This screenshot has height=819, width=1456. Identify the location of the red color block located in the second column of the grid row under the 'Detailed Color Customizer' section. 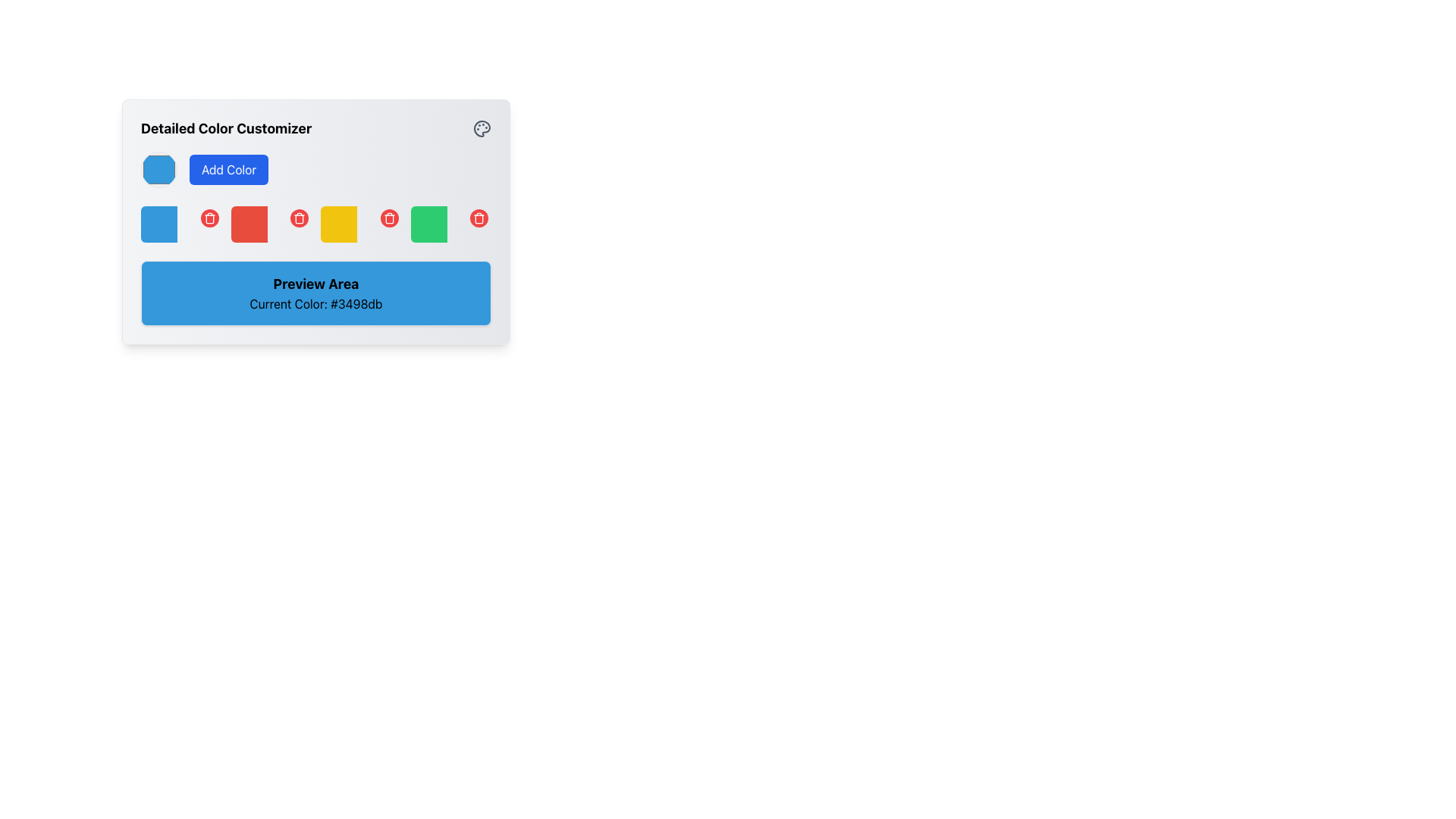
(271, 224).